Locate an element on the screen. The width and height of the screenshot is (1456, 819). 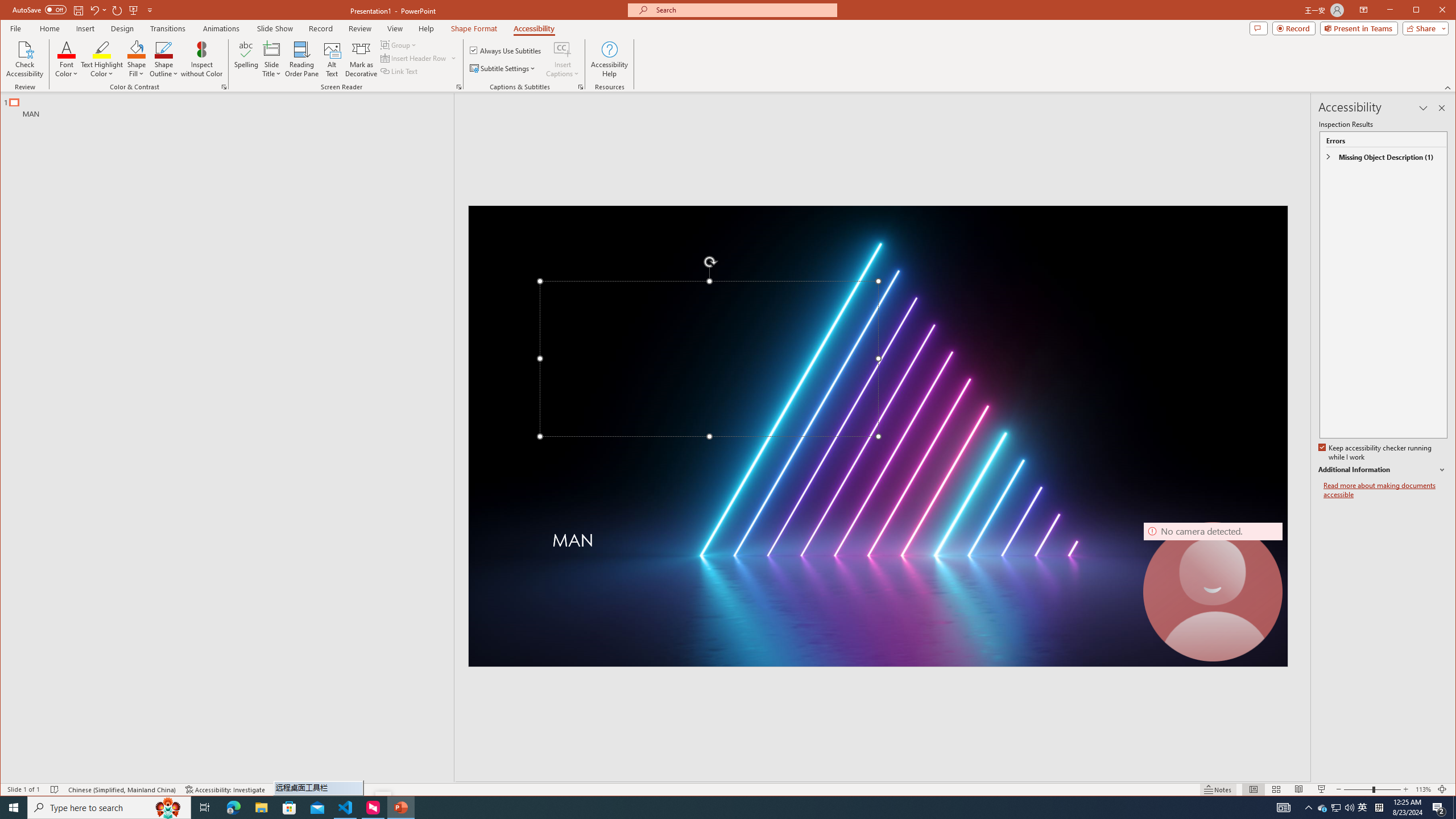
'Zoom 113%' is located at coordinates (1423, 789).